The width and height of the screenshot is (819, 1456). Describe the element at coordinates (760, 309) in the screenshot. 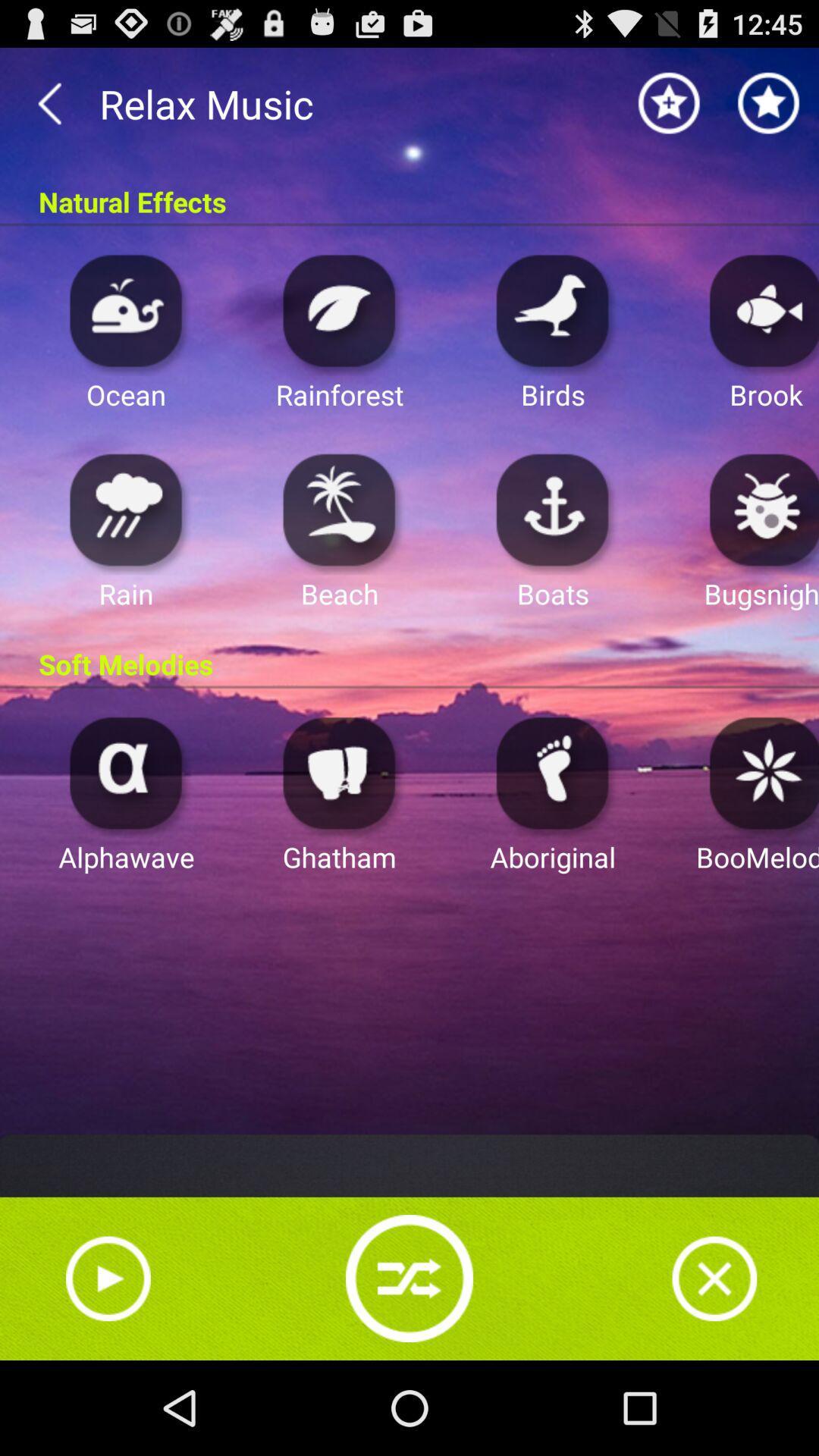

I see `open app` at that location.